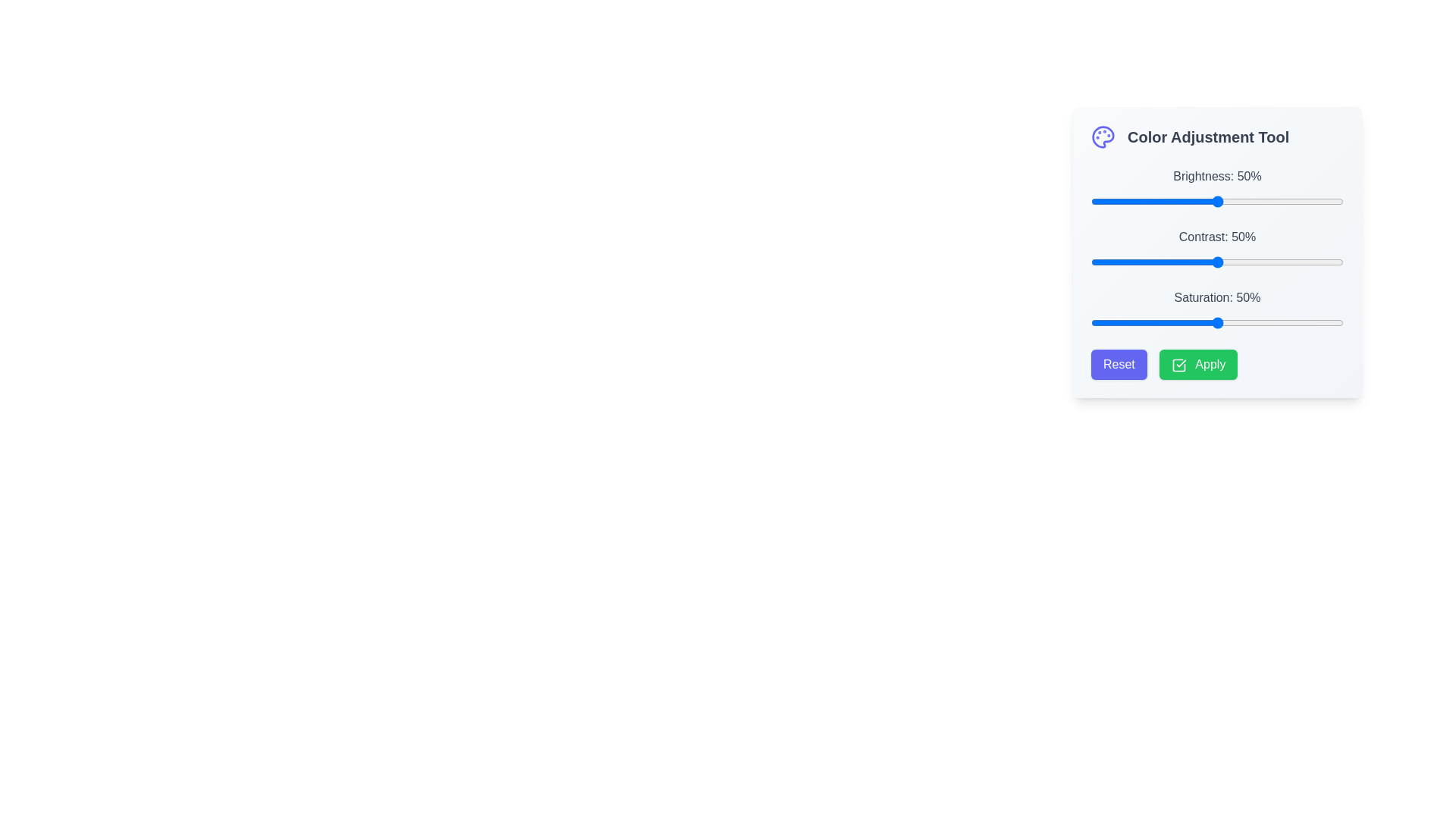 This screenshot has height=819, width=1456. Describe the element at coordinates (1191, 322) in the screenshot. I see `the slider` at that location.